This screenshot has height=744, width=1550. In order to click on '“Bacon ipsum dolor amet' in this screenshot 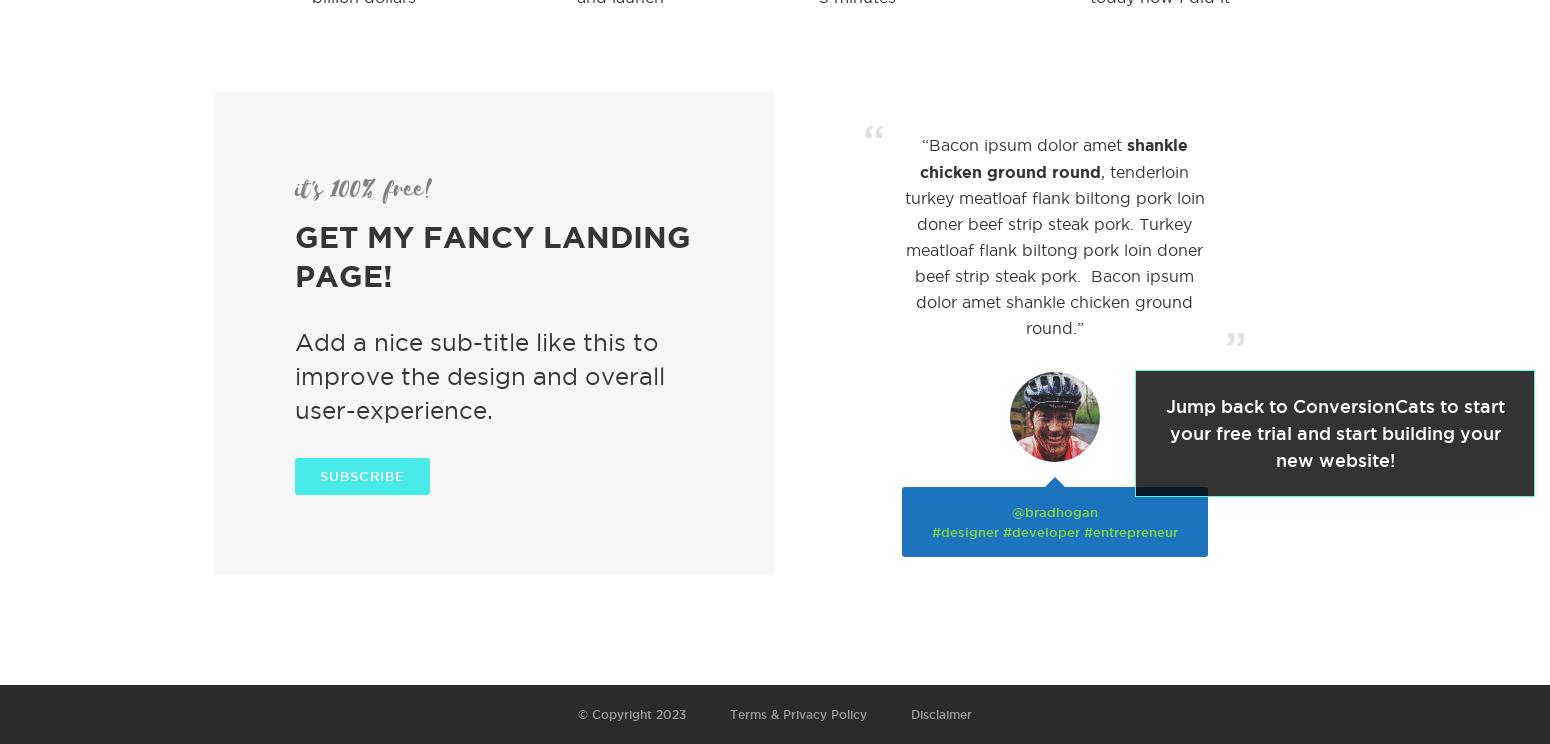, I will do `click(1023, 145)`.